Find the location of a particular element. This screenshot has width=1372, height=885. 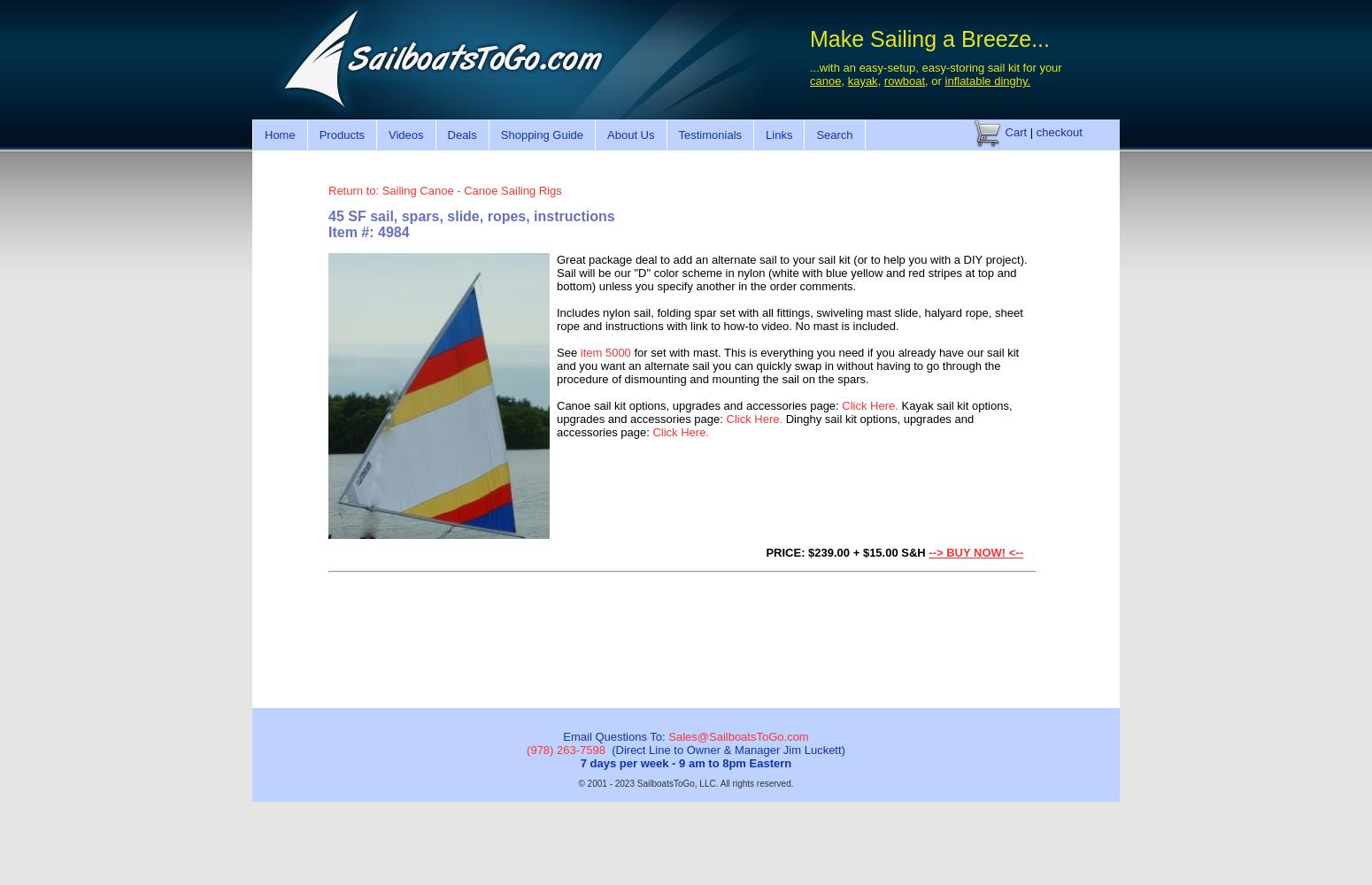

'Search' is located at coordinates (833, 134).